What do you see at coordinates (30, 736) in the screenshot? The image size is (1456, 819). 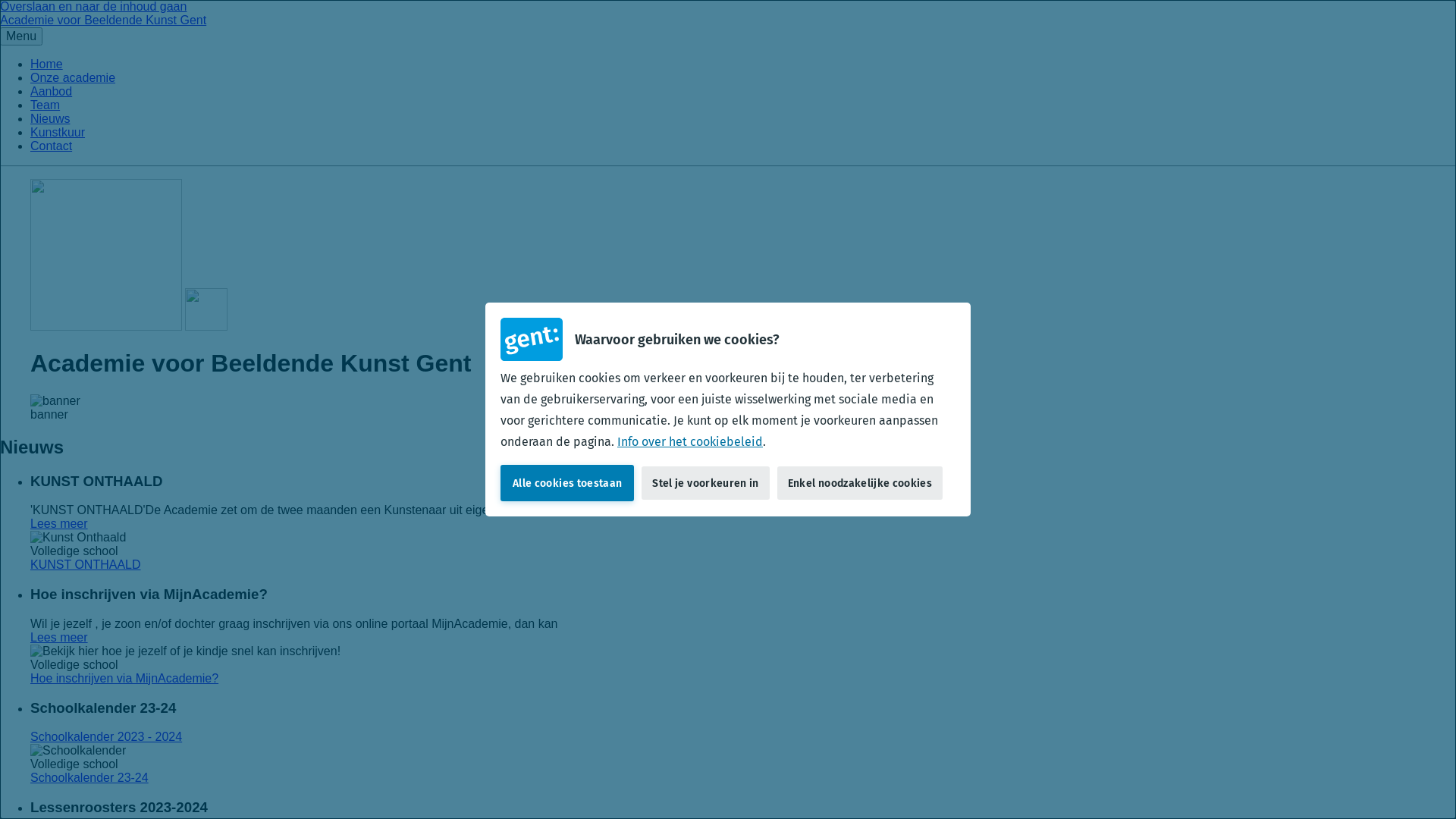 I see `'Schoolkalender 2023 - 2024'` at bounding box center [30, 736].